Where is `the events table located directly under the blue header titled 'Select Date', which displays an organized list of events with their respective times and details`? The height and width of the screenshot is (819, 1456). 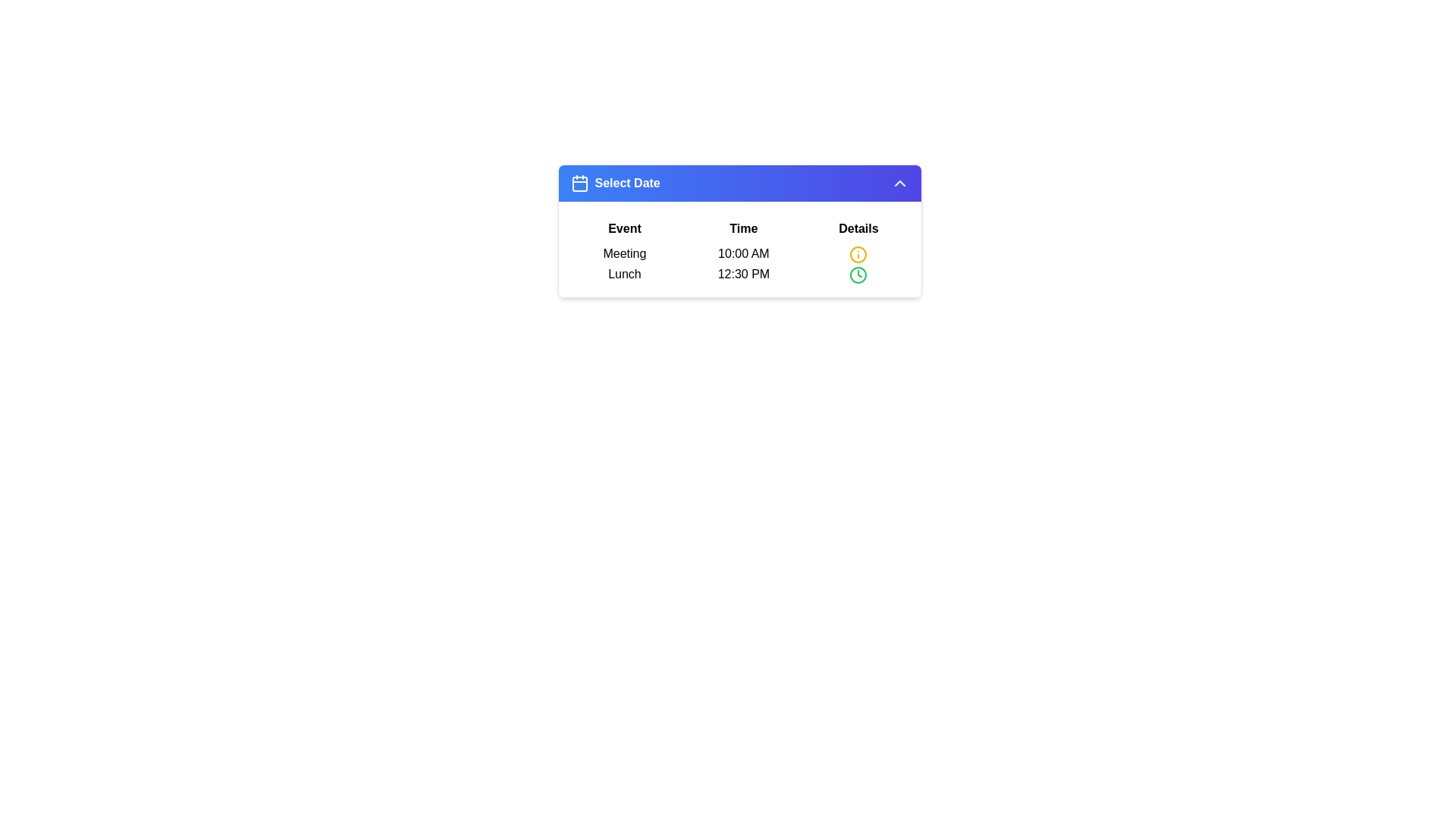 the events table located directly under the blue header titled 'Select Date', which displays an organized list of events with their respective times and details is located at coordinates (739, 248).